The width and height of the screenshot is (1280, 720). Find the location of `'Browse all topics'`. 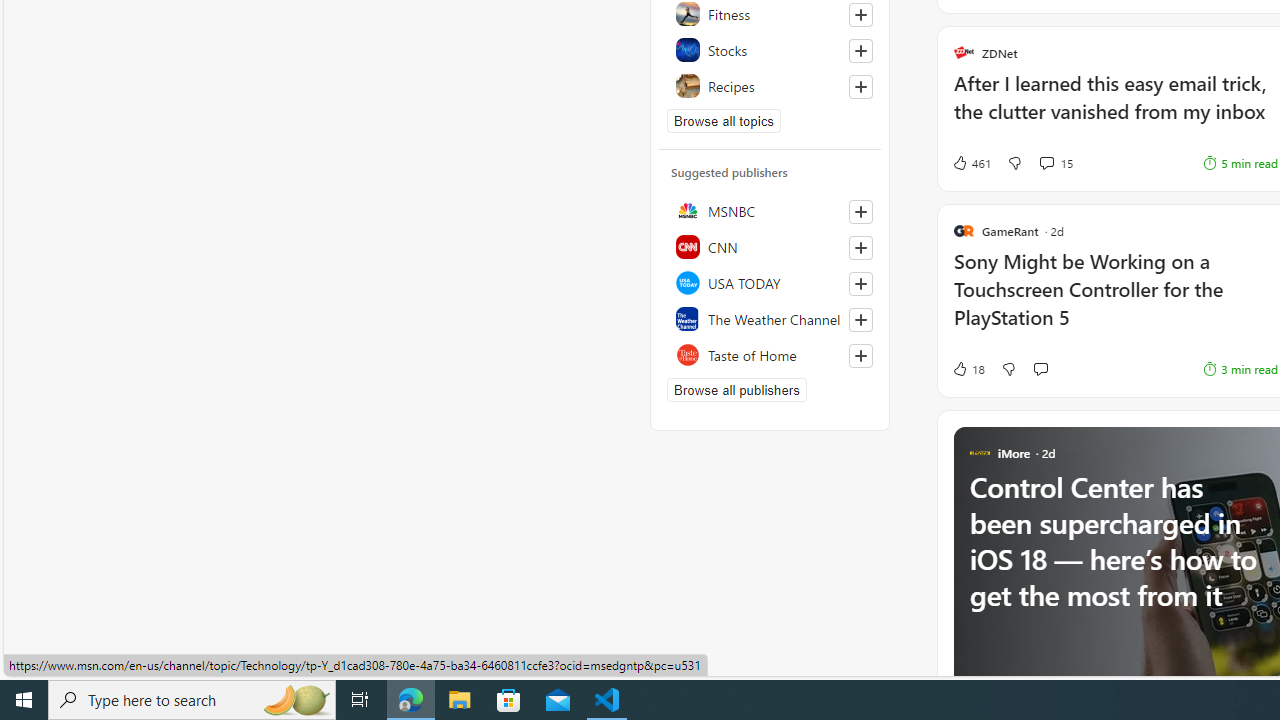

'Browse all topics' is located at coordinates (723, 120).